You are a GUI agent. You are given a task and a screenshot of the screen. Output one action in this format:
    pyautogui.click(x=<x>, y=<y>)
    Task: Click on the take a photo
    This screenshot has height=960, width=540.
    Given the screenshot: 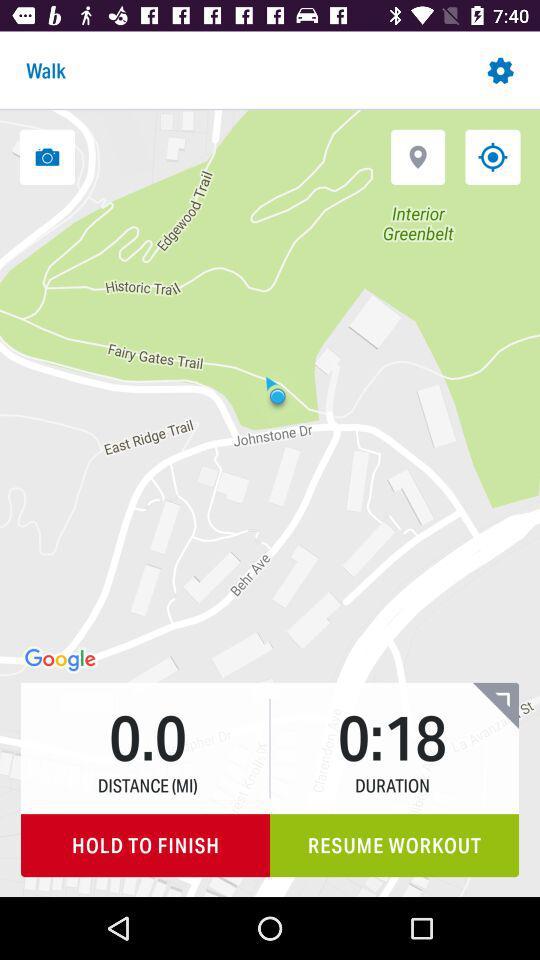 What is the action you would take?
    pyautogui.click(x=47, y=156)
    